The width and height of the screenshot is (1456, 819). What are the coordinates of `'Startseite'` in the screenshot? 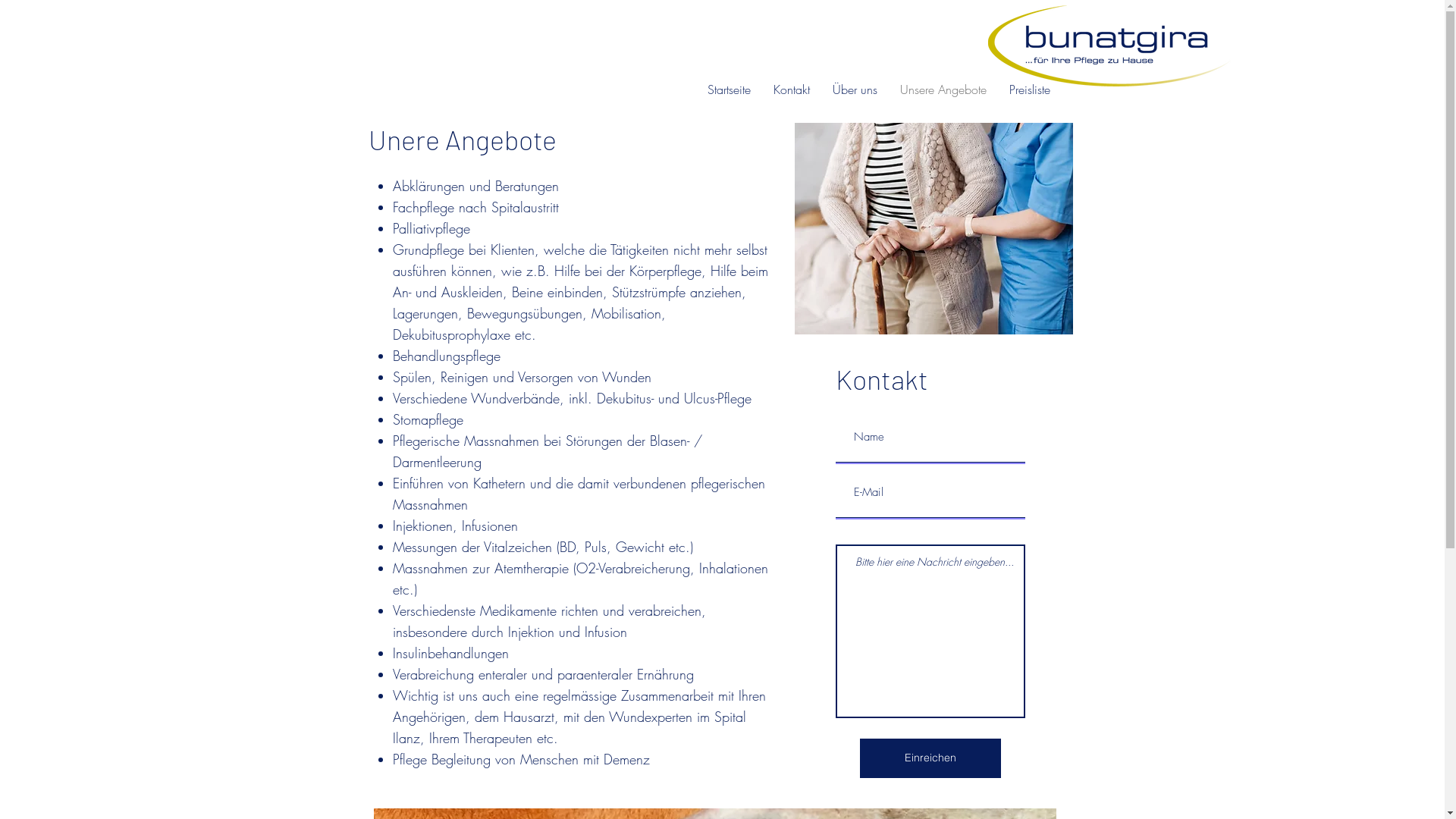 It's located at (729, 89).